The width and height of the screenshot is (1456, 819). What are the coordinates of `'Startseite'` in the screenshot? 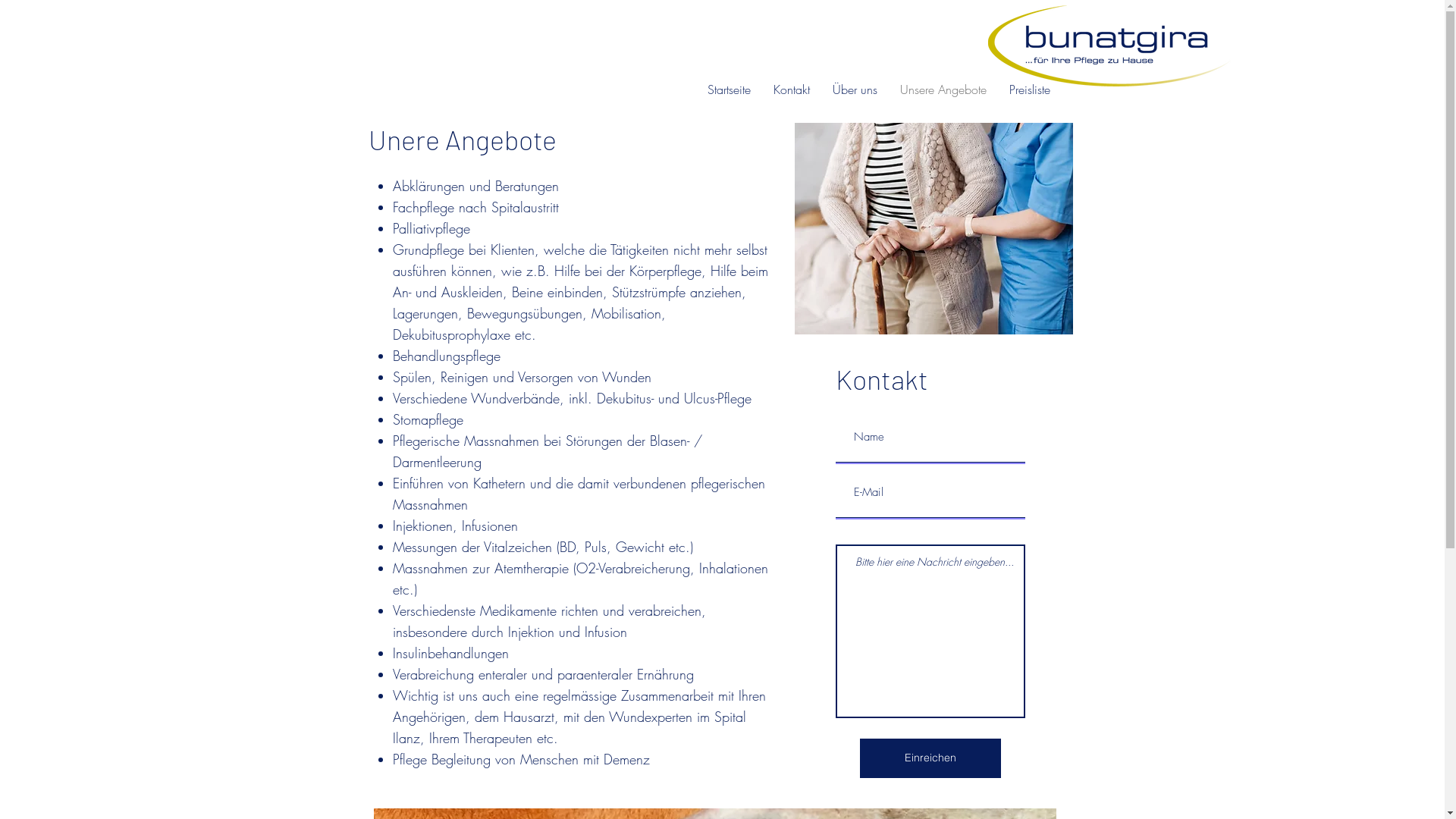 It's located at (729, 89).